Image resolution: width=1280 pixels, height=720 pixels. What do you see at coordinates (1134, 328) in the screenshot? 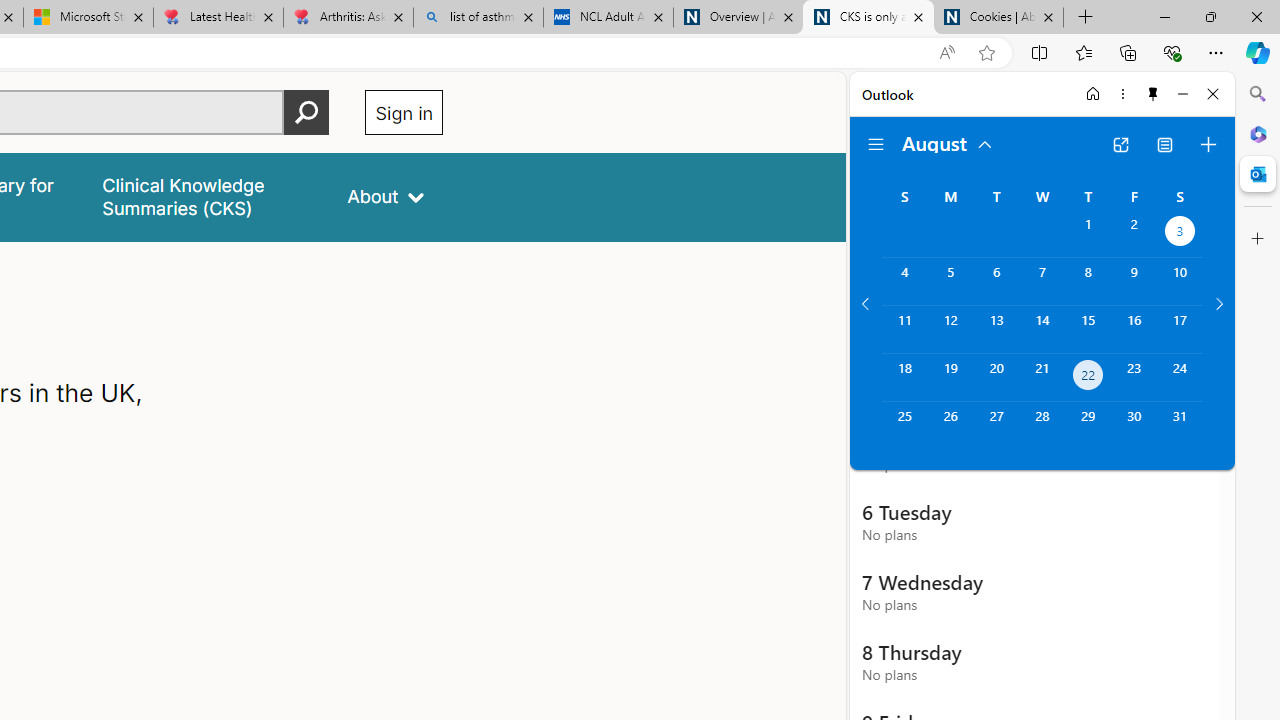
I see `'Friday, August 16, 2024. '` at bounding box center [1134, 328].